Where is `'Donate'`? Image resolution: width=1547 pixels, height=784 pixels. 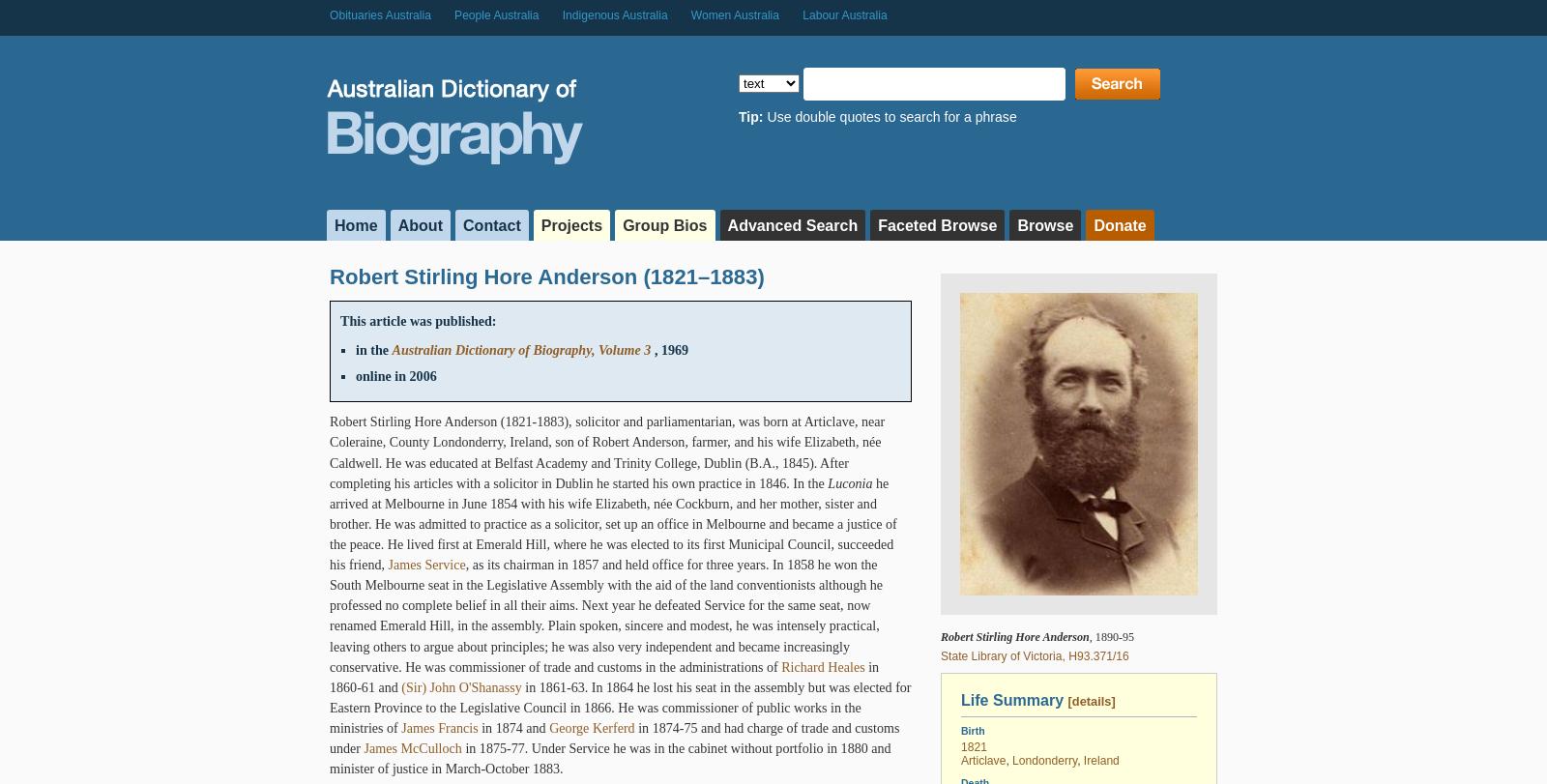 'Donate' is located at coordinates (1120, 225).